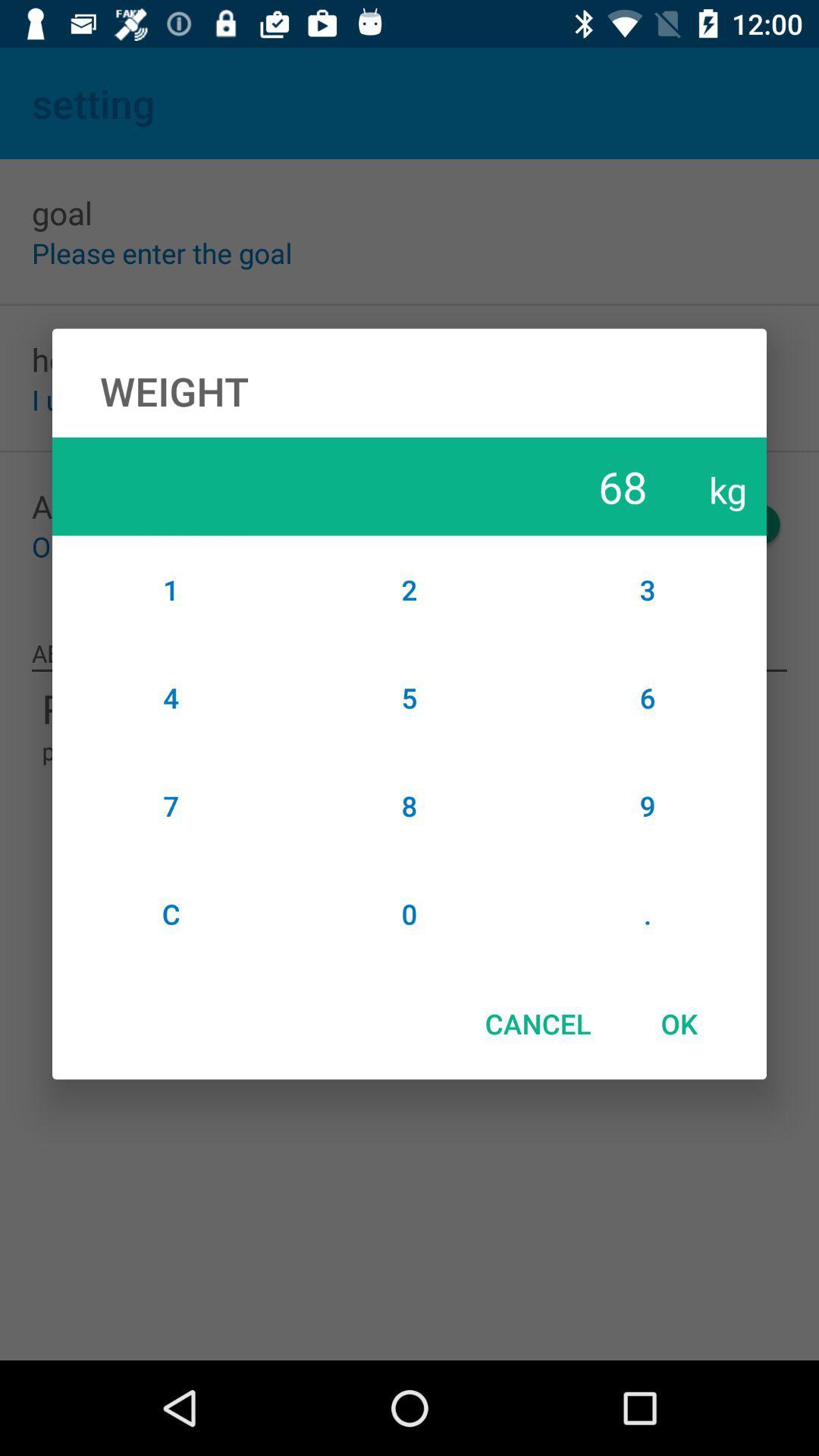 The image size is (819, 1456). I want to click on the icon to the left of 8 icon, so click(171, 913).